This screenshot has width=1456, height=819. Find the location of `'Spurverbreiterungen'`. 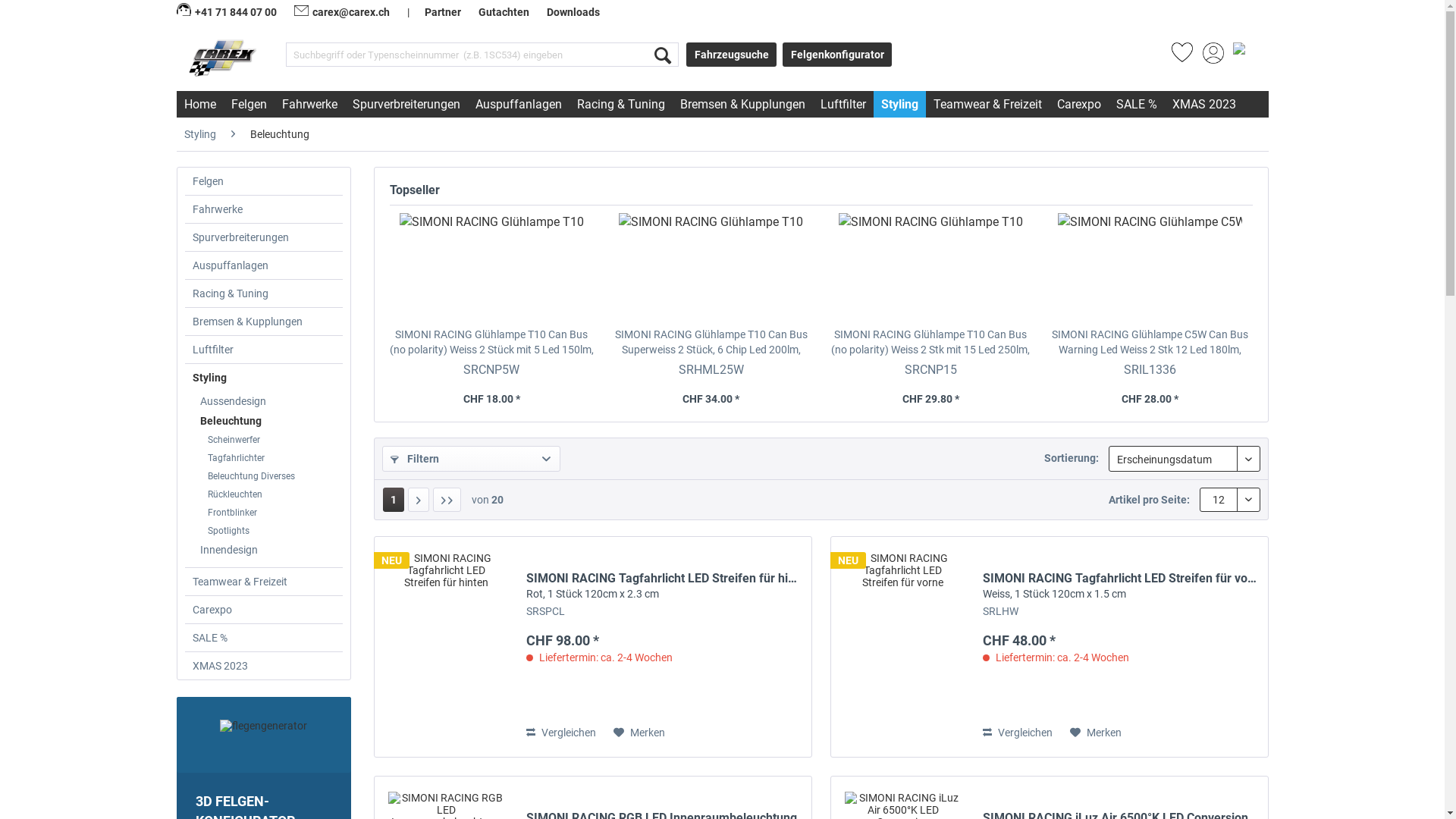

'Spurverbreiterungen' is located at coordinates (344, 103).